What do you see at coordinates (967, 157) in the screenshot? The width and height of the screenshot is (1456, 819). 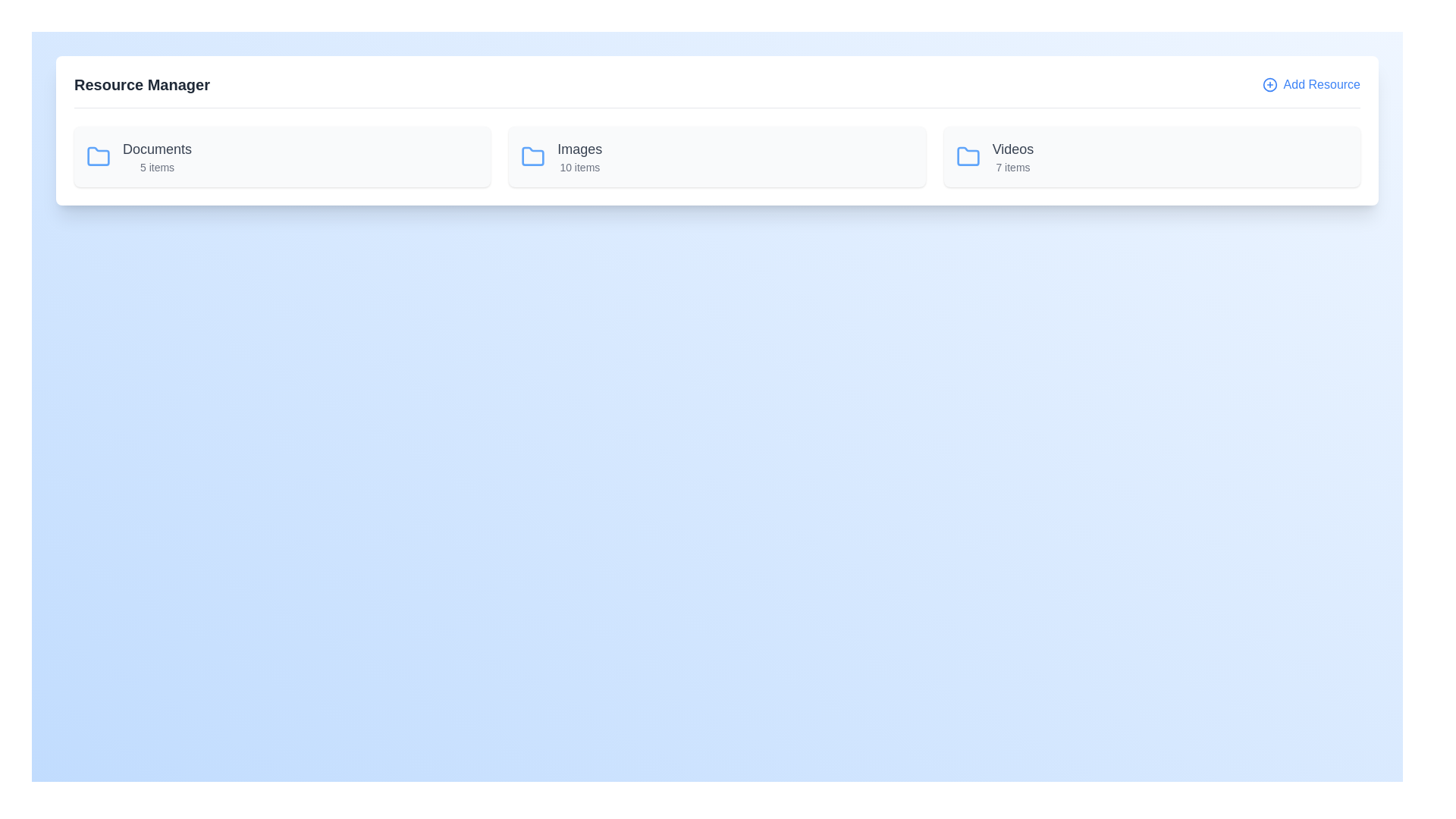 I see `the blue rounded folder icon located directly before the 'Videos' label` at bounding box center [967, 157].